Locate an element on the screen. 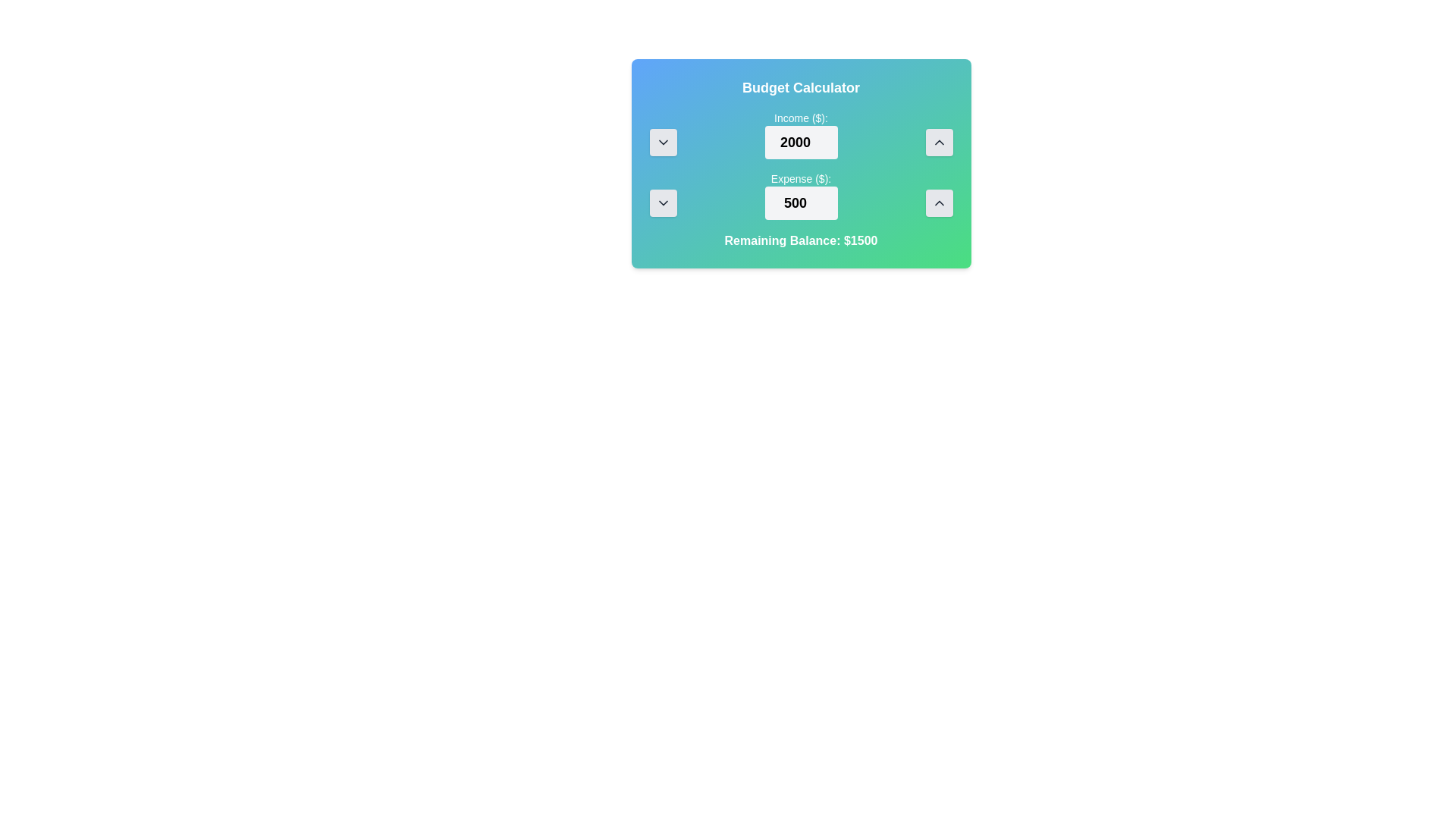 The height and width of the screenshot is (819, 1456). the downward-pointing chevron icon inside the rounded light gray button is located at coordinates (663, 202).